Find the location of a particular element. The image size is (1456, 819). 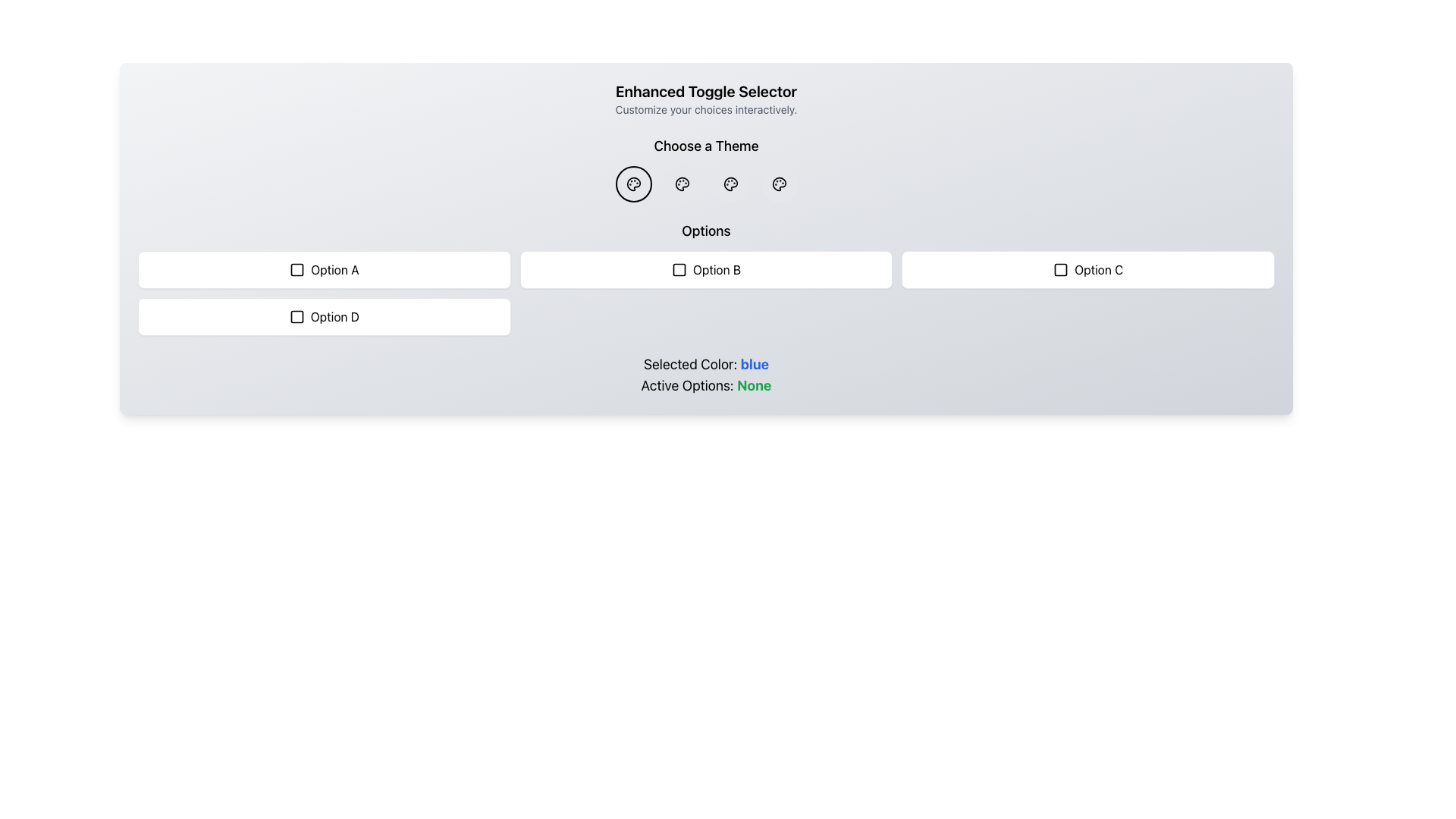

the fourth selectable icon in the 'Choose a Theme' section to interact with the theme options is located at coordinates (779, 184).